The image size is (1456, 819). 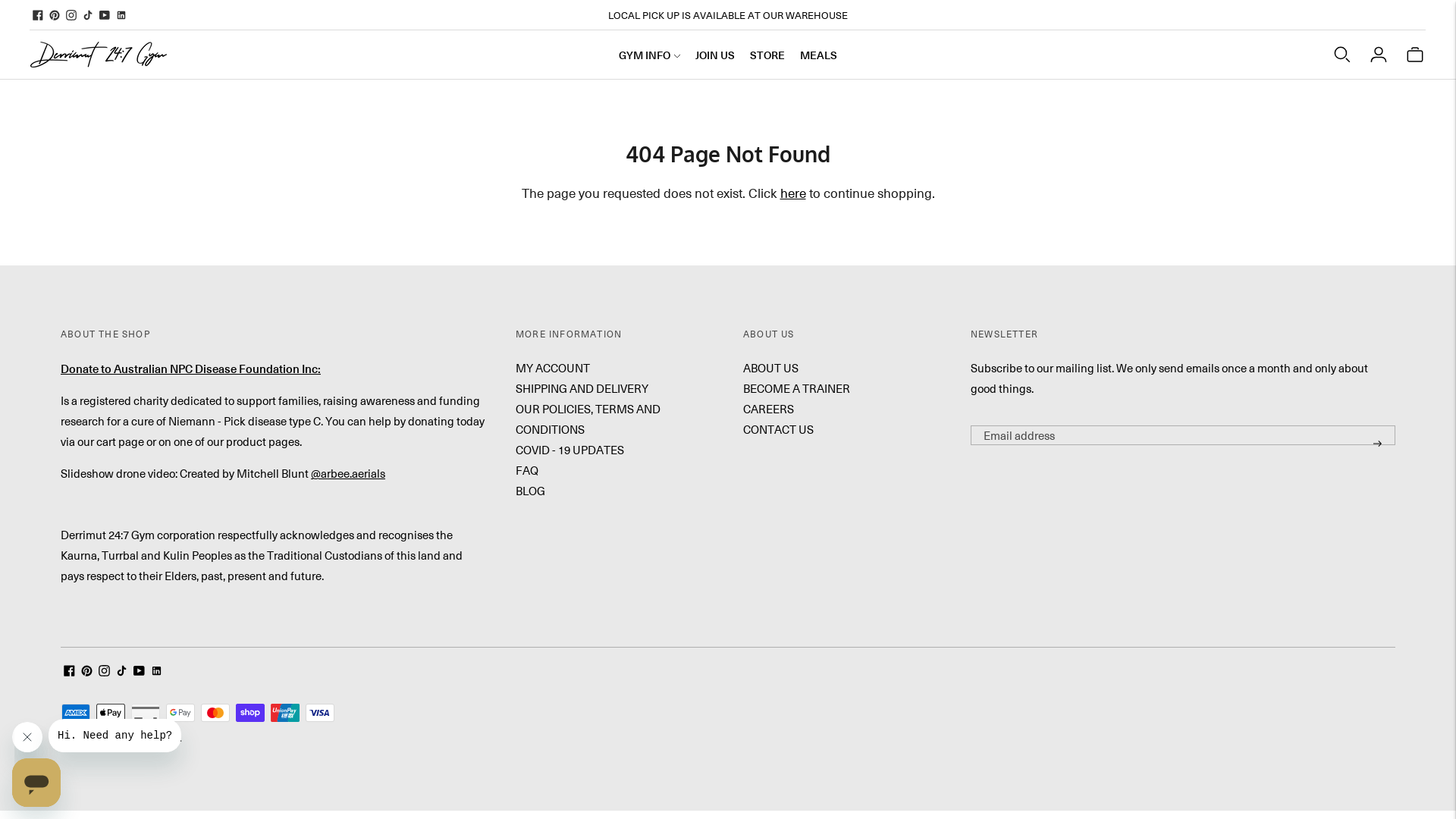 What do you see at coordinates (569, 449) in the screenshot?
I see `'COVID - 19 UPDATES'` at bounding box center [569, 449].